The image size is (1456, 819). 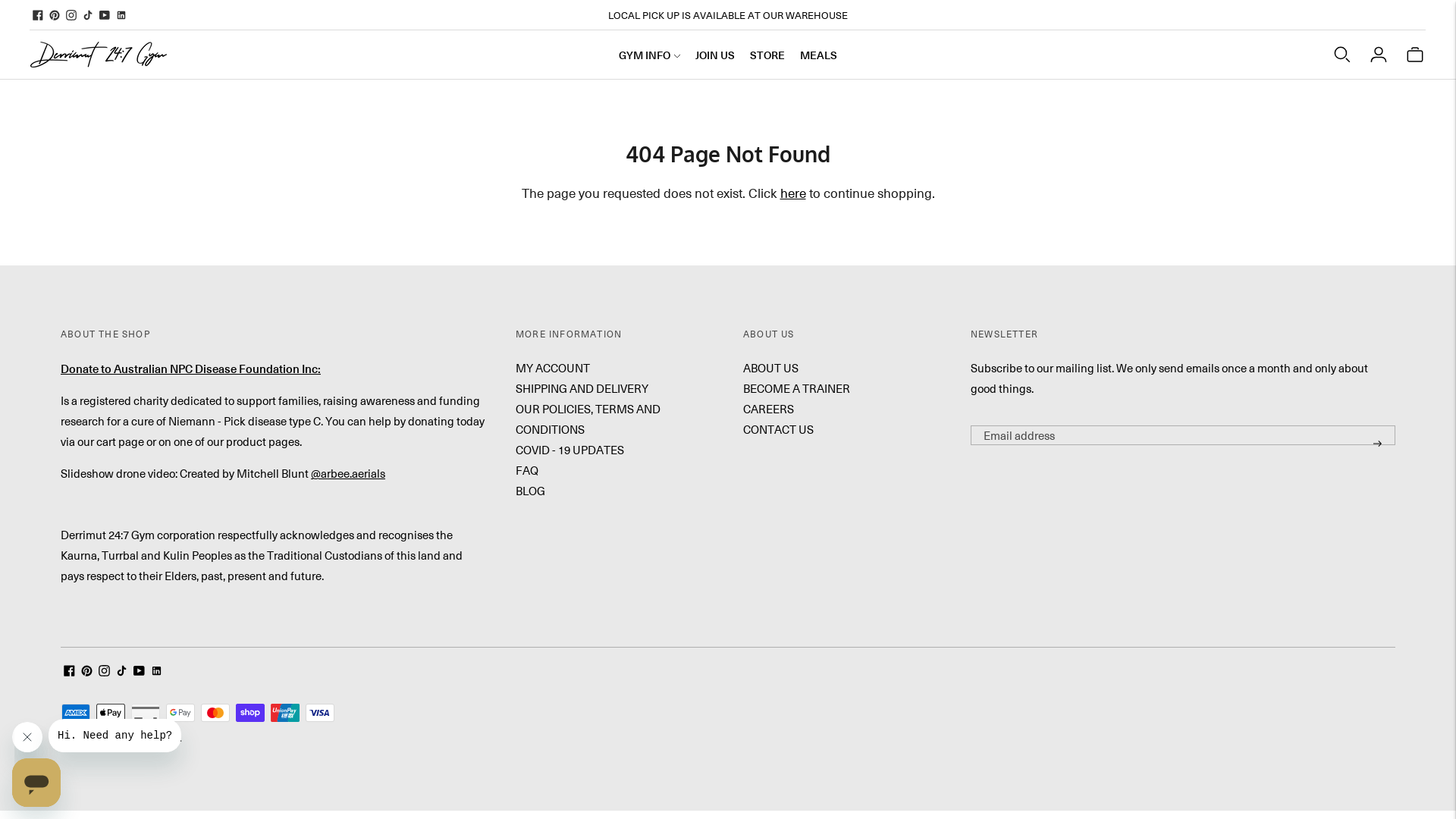 What do you see at coordinates (569, 449) in the screenshot?
I see `'COVID - 19 UPDATES'` at bounding box center [569, 449].